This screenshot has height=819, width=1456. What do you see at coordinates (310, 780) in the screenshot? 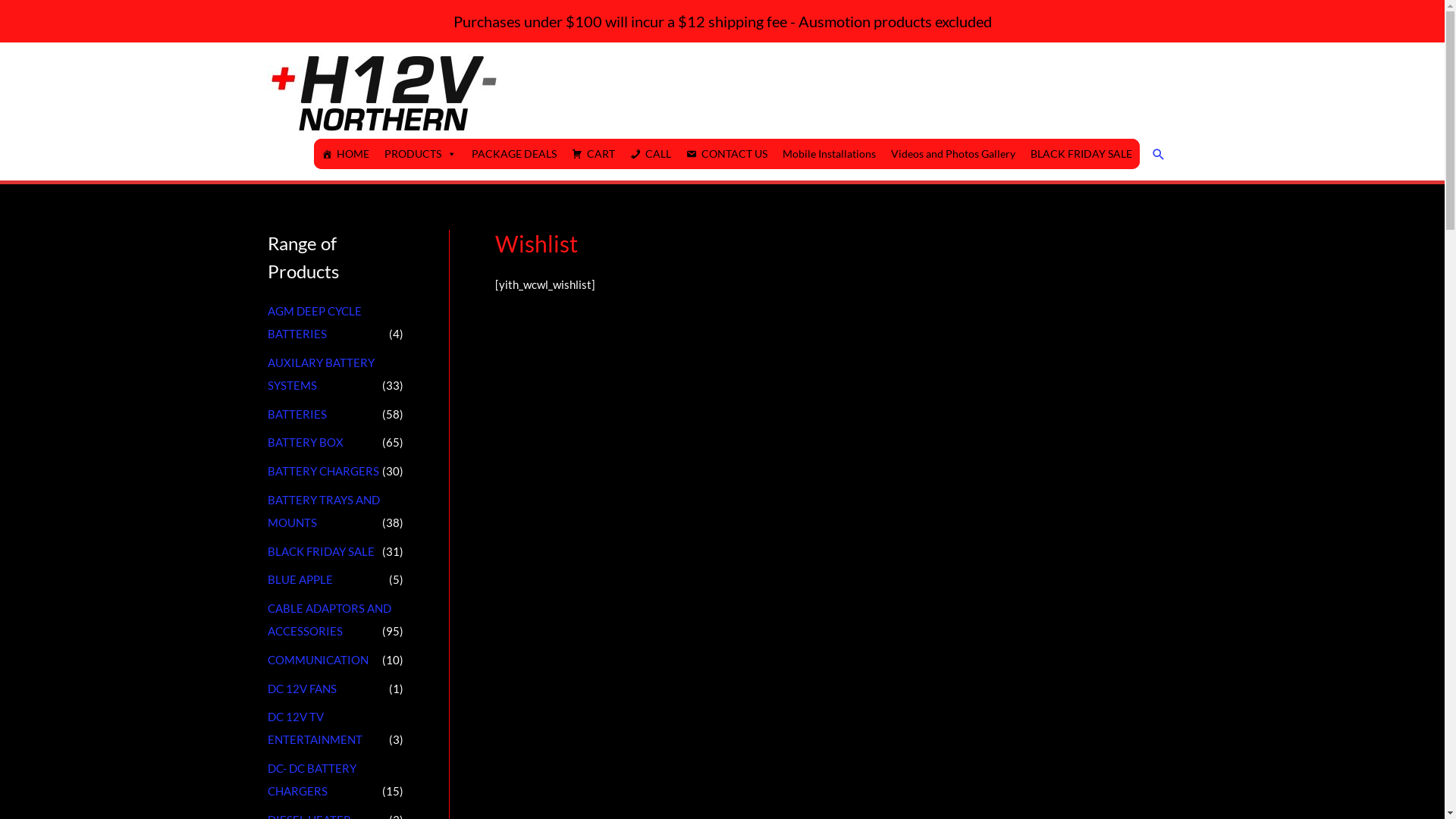
I see `'DC- DC BATTERY CHARGERS'` at bounding box center [310, 780].